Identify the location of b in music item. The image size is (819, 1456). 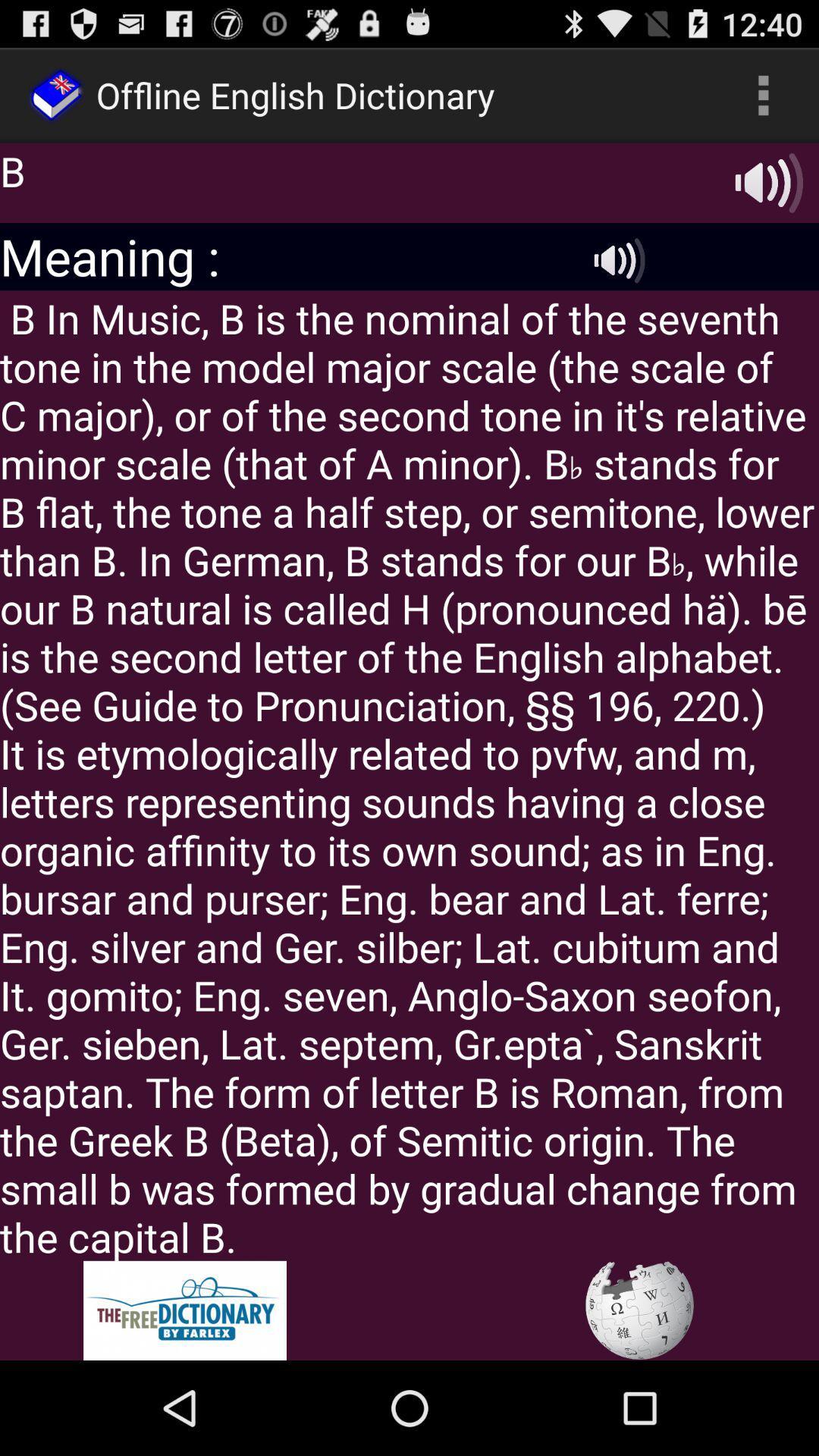
(409, 775).